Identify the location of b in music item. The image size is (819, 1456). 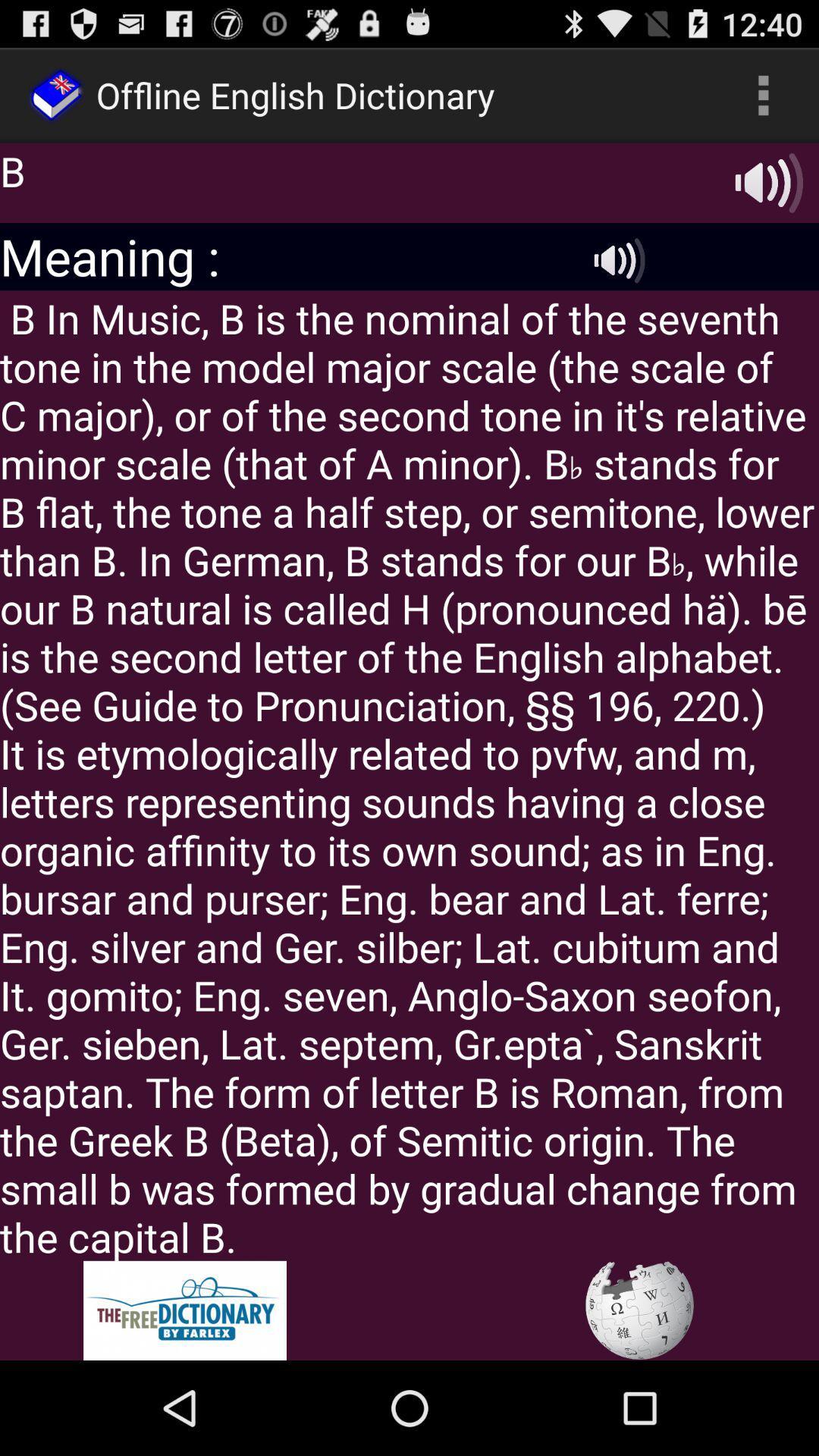
(409, 775).